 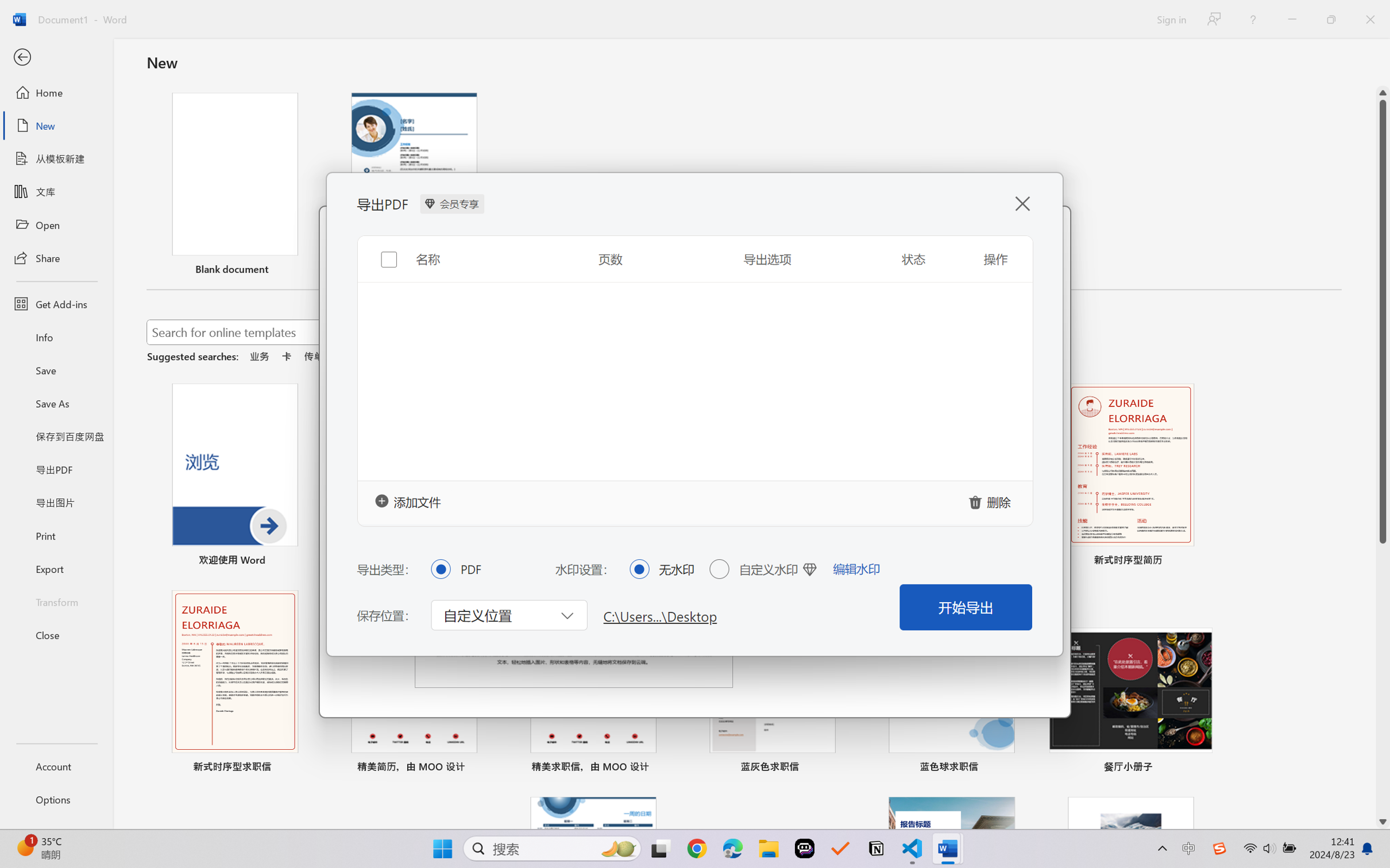 What do you see at coordinates (56, 125) in the screenshot?
I see `'New'` at bounding box center [56, 125].